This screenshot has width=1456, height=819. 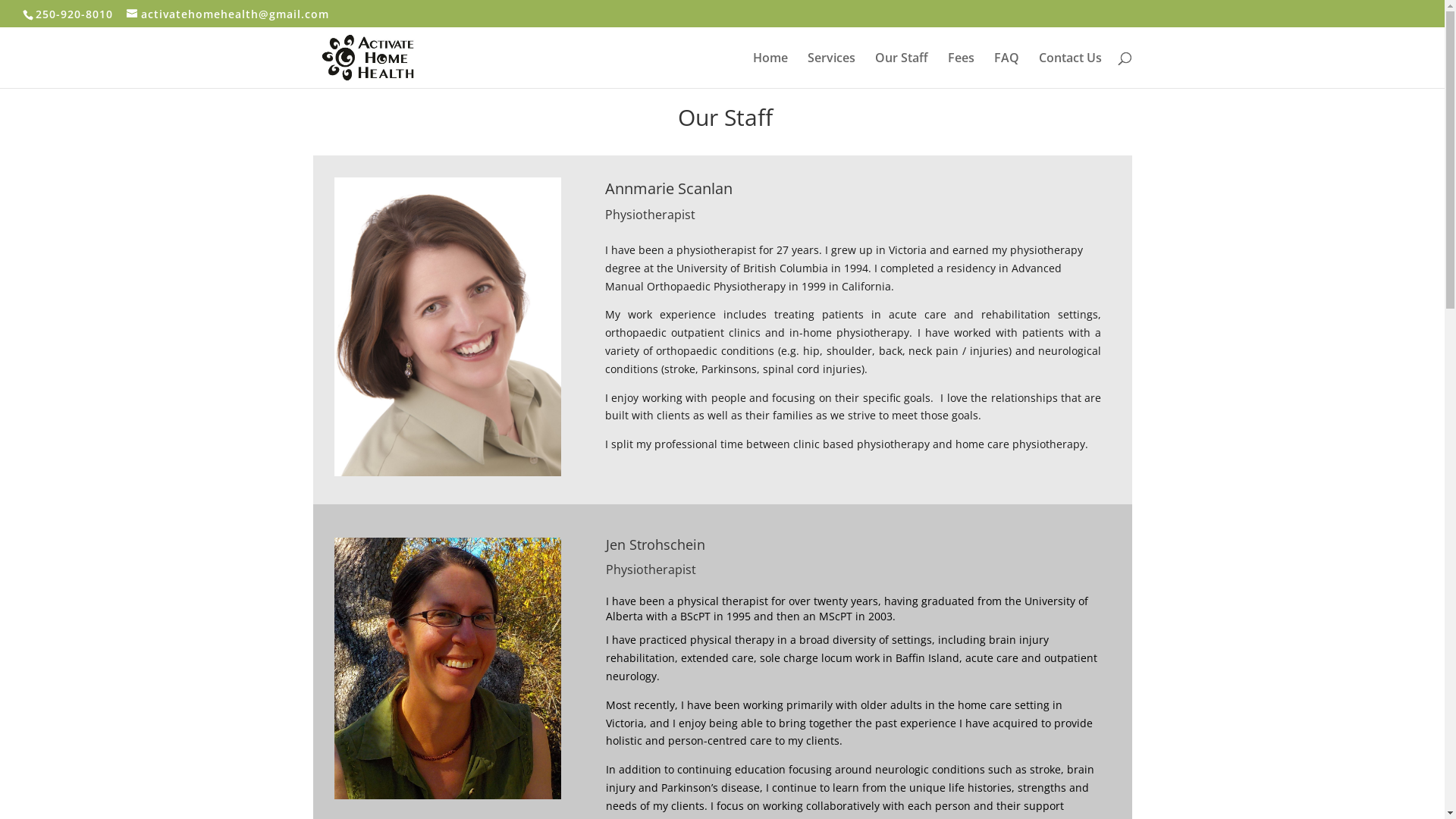 What do you see at coordinates (769, 70) in the screenshot?
I see `'Home'` at bounding box center [769, 70].